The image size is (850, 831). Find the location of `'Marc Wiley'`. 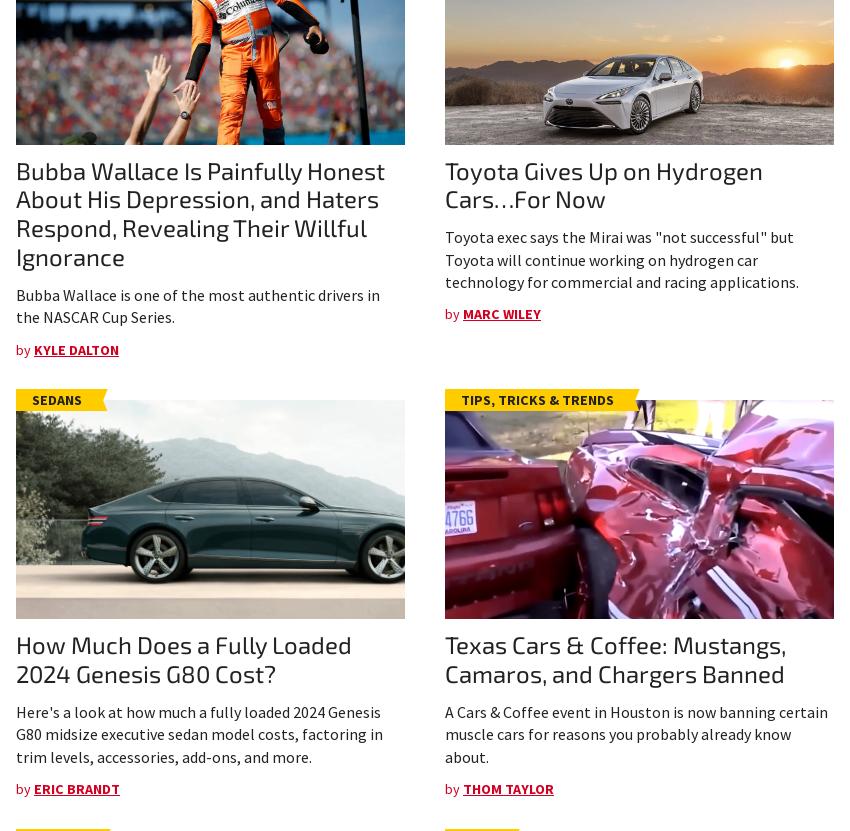

'Marc Wiley' is located at coordinates (502, 314).